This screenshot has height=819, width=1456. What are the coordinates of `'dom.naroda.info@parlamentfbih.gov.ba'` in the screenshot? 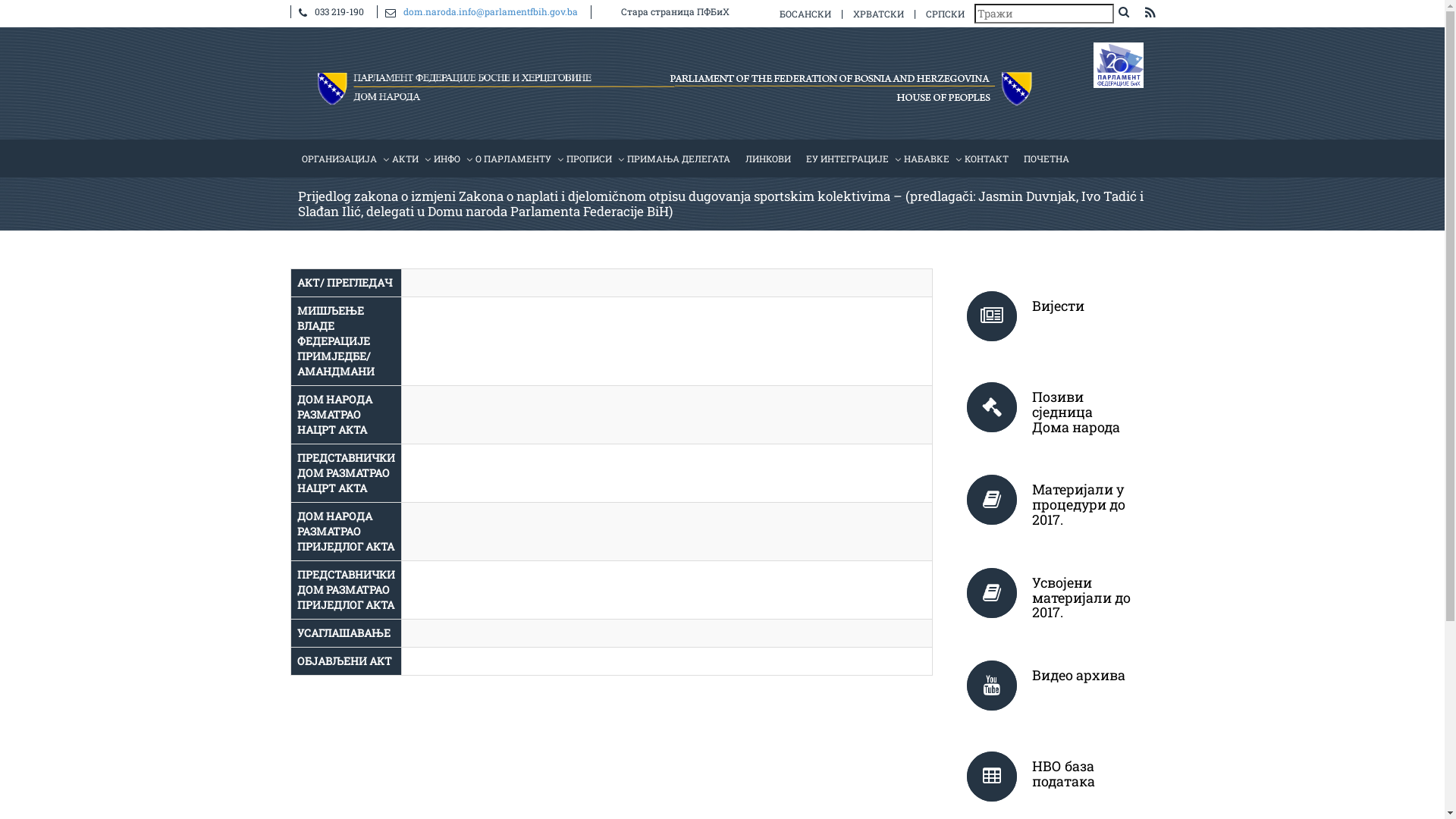 It's located at (403, 11).